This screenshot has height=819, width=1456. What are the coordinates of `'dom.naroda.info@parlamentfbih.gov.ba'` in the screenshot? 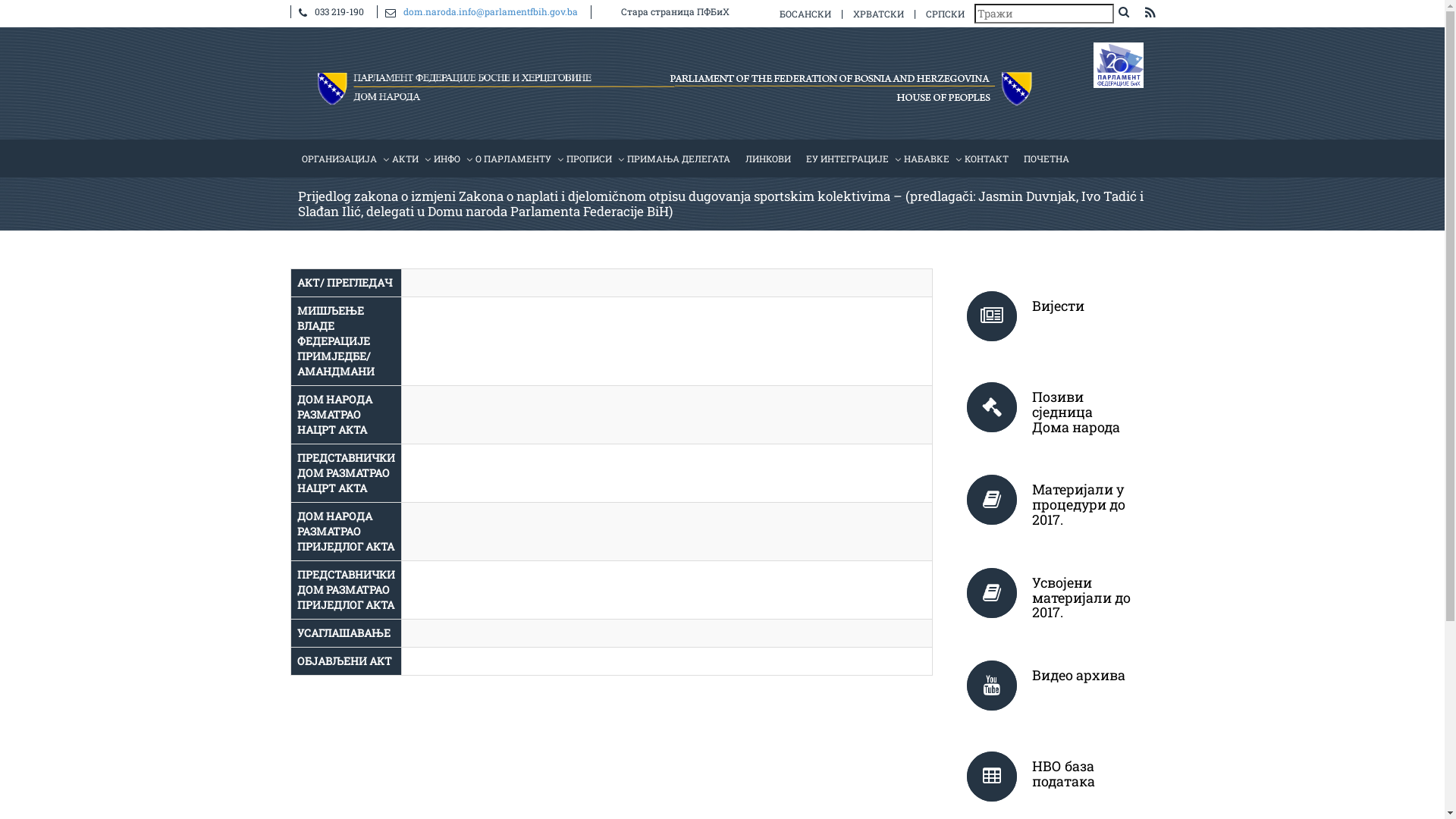 It's located at (403, 11).